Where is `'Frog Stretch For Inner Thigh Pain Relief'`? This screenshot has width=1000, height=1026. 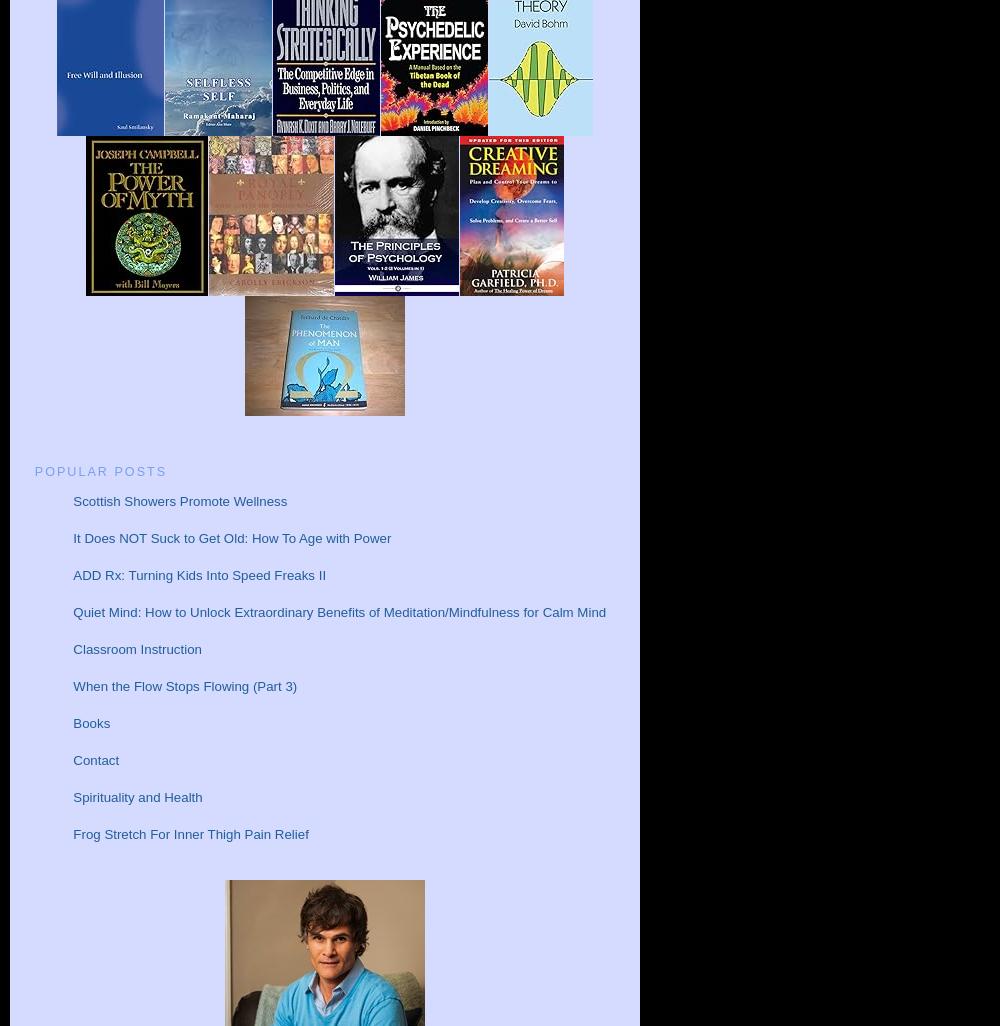 'Frog Stretch For Inner Thigh Pain Relief' is located at coordinates (72, 833).